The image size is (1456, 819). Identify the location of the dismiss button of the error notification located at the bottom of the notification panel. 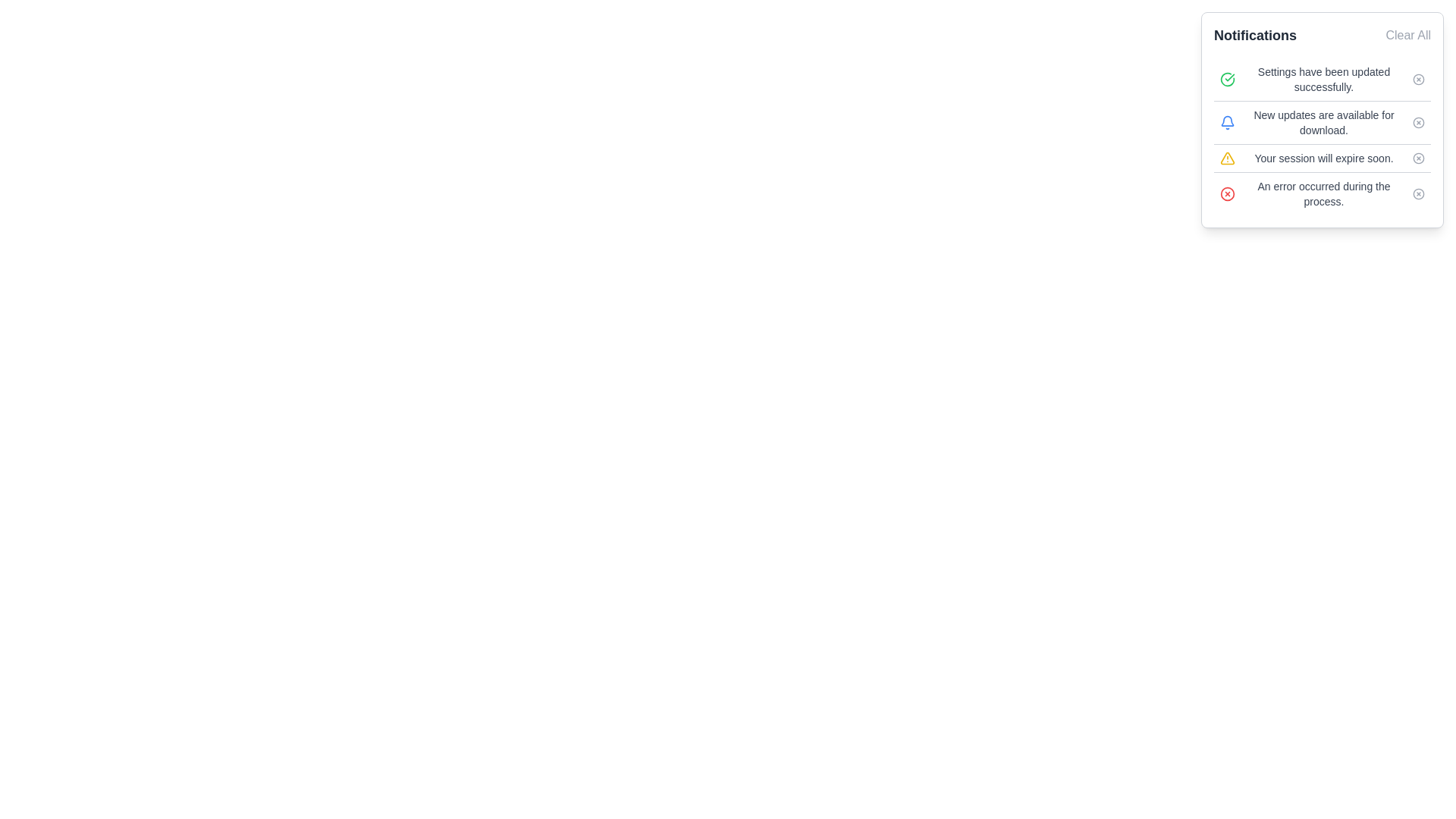
(1321, 193).